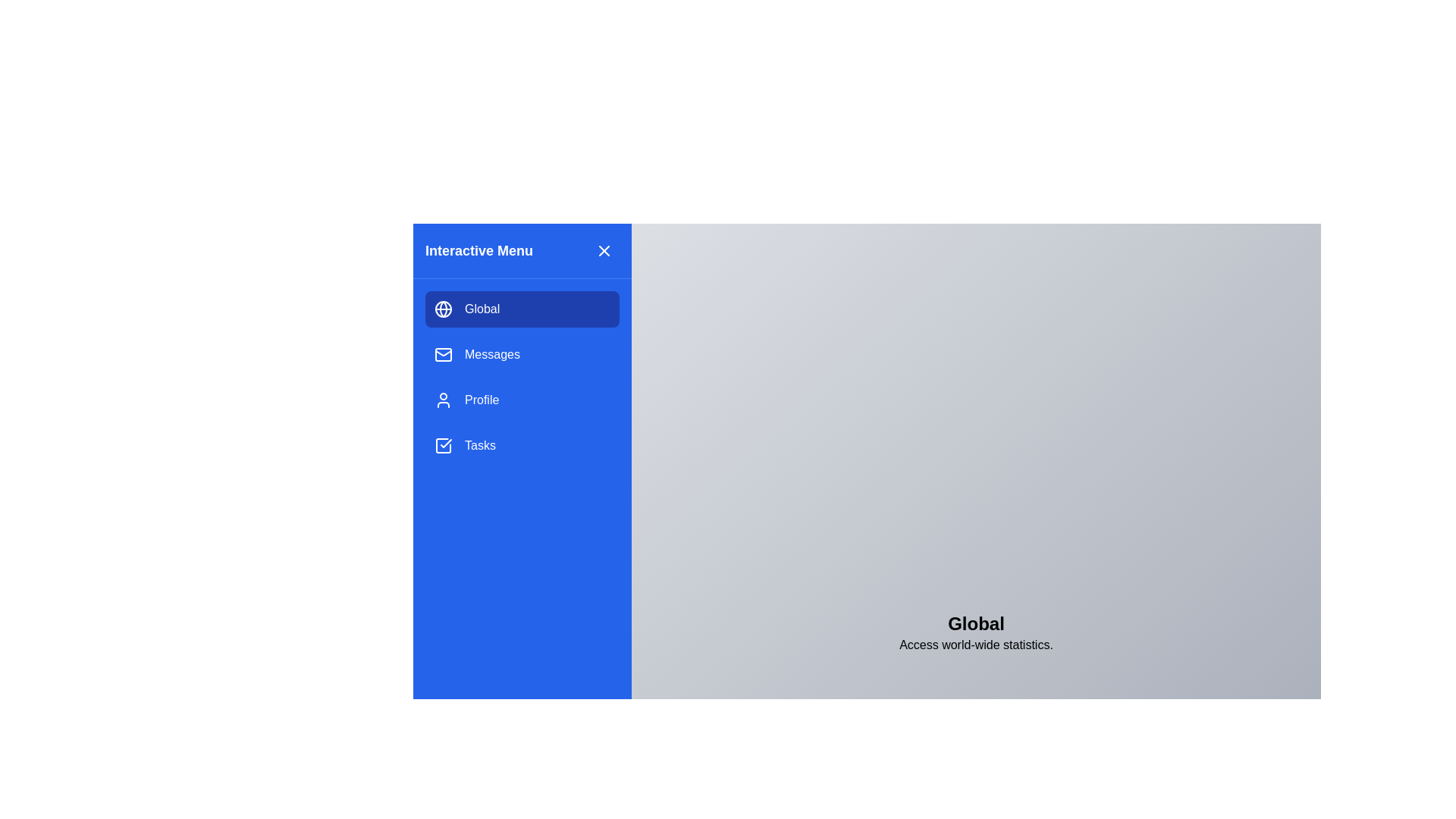 This screenshot has height=819, width=1456. Describe the element at coordinates (443, 309) in the screenshot. I see `the globe icon styled with a circular border and longitude/latitude marks, located inside the interactive menu next to the 'Global' label` at that location.